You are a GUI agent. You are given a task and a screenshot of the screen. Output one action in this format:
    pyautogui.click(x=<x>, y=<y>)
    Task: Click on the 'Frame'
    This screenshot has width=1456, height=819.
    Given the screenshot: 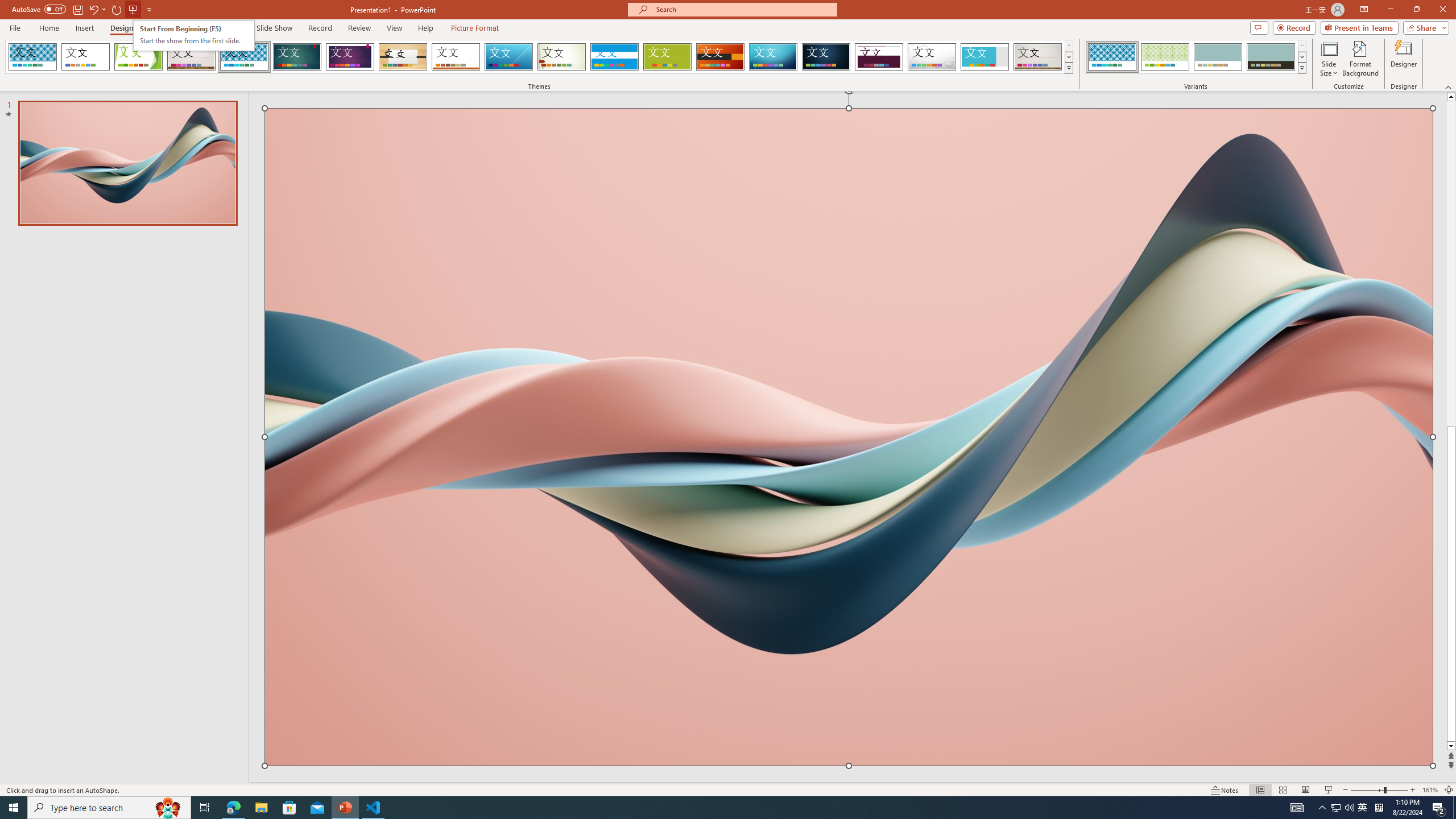 What is the action you would take?
    pyautogui.click(x=985, y=56)
    